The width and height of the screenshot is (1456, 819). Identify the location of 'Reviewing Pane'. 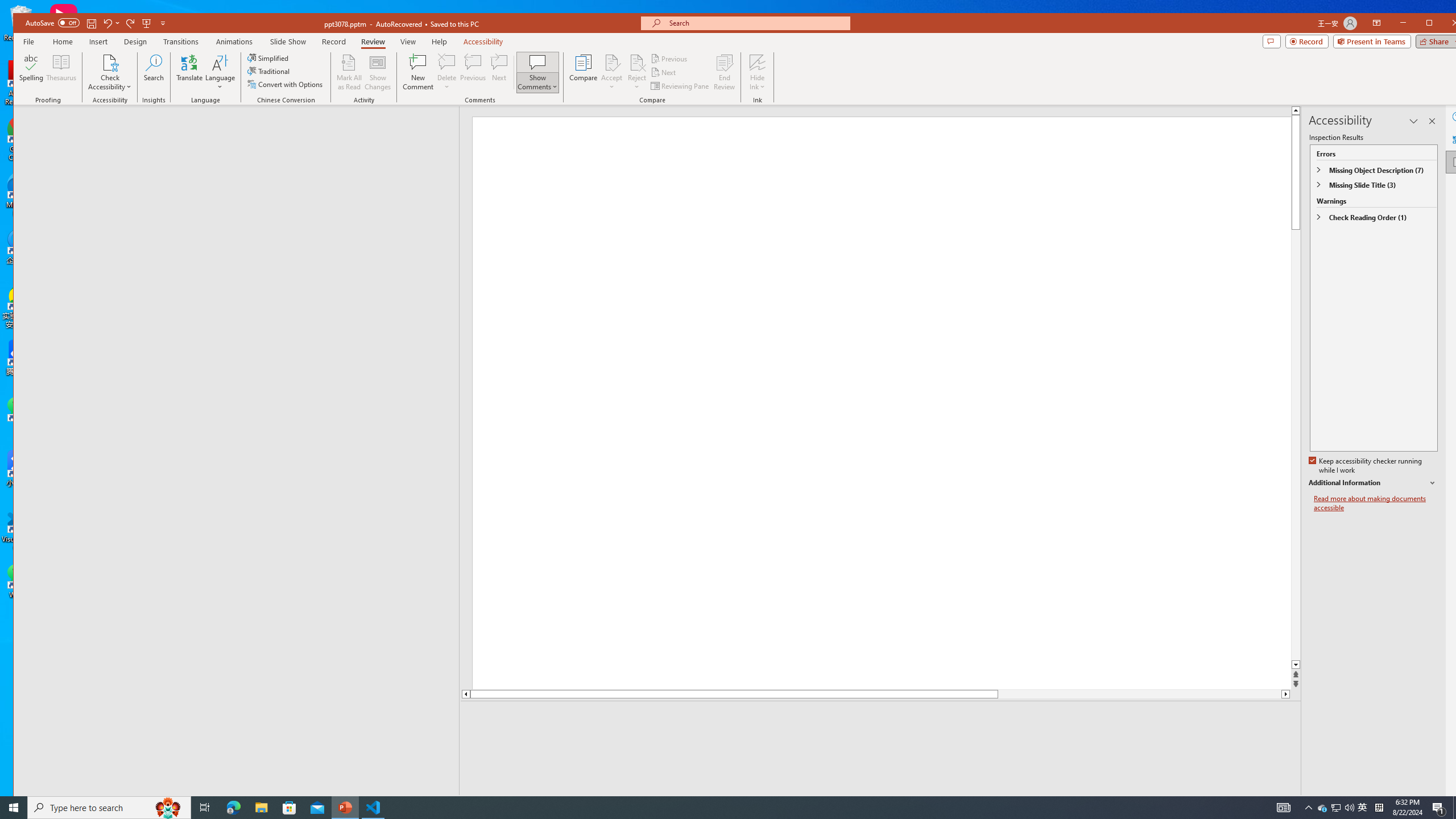
(680, 85).